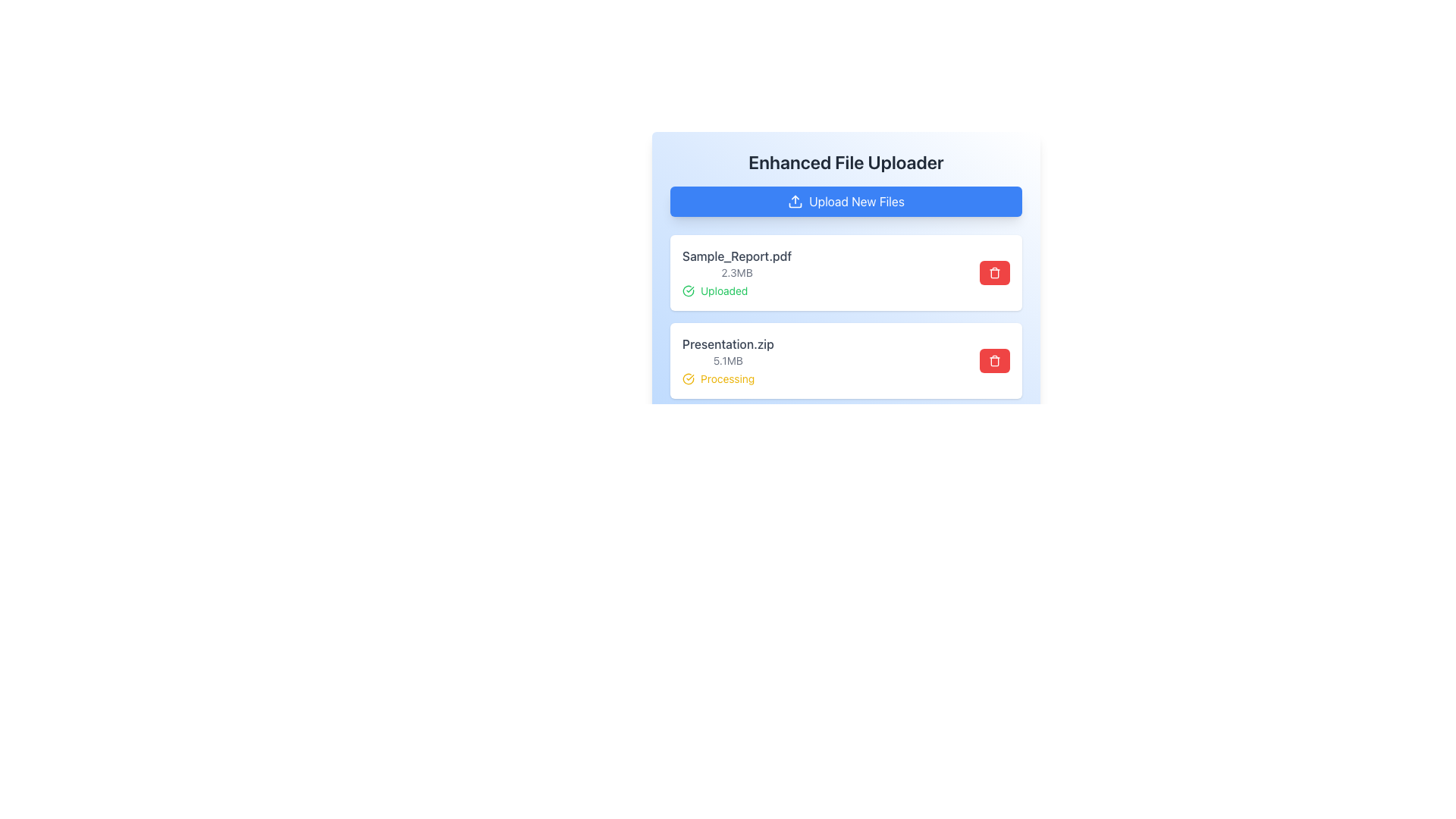  What do you see at coordinates (846, 271) in the screenshot?
I see `file details from the topmost interactive list item in the file uploader interface, which displays information about an uploaded file before the item labeled 'Presentation.zip'` at bounding box center [846, 271].